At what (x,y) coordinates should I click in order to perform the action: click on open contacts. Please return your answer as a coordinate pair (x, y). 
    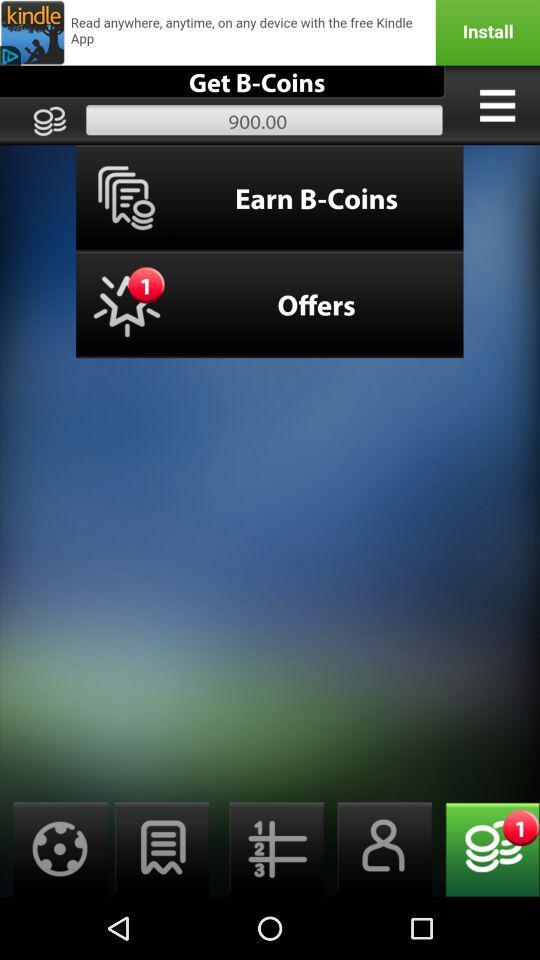
    Looking at the image, I should click on (378, 848).